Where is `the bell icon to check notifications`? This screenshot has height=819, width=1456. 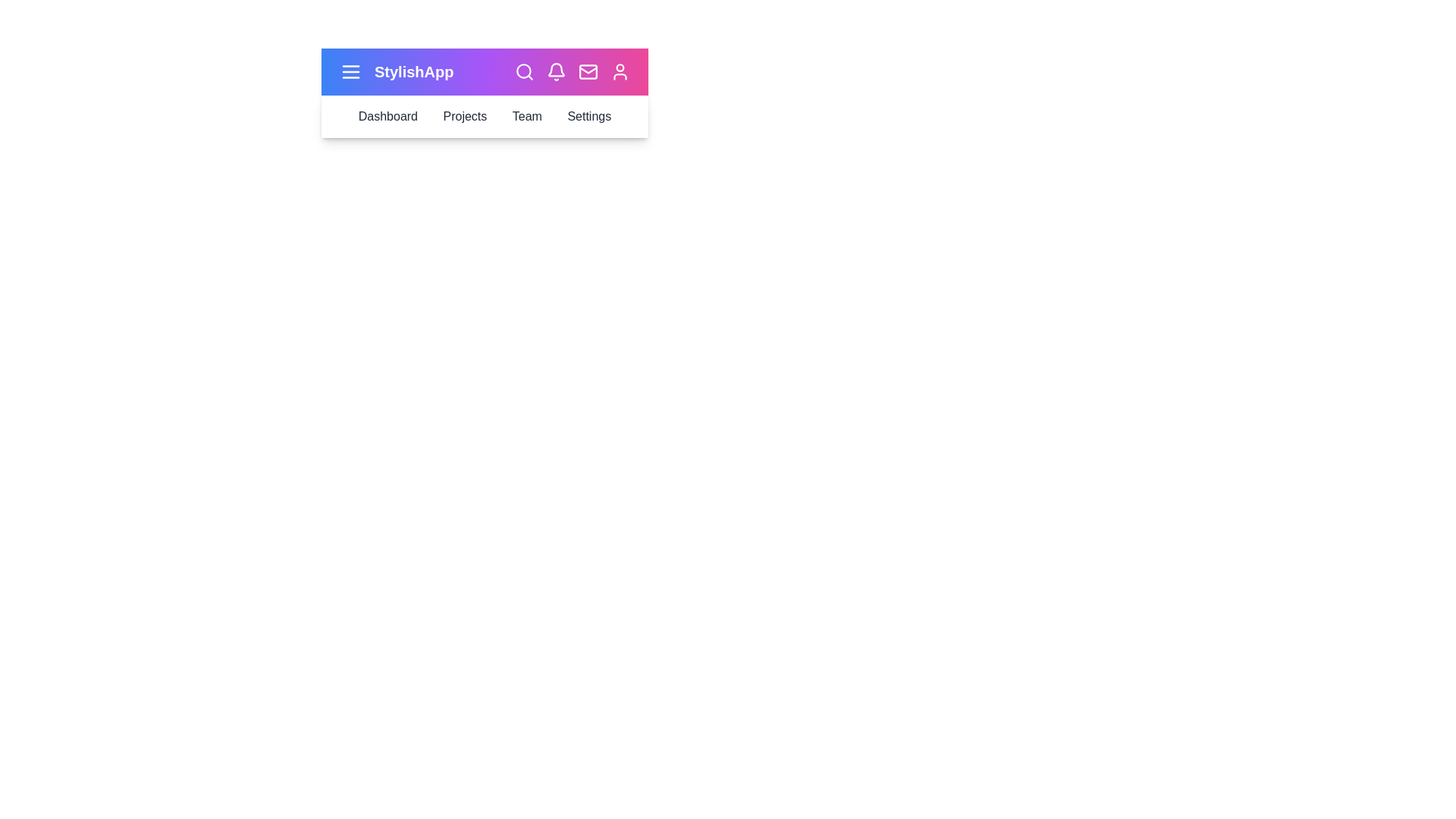
the bell icon to check notifications is located at coordinates (556, 72).